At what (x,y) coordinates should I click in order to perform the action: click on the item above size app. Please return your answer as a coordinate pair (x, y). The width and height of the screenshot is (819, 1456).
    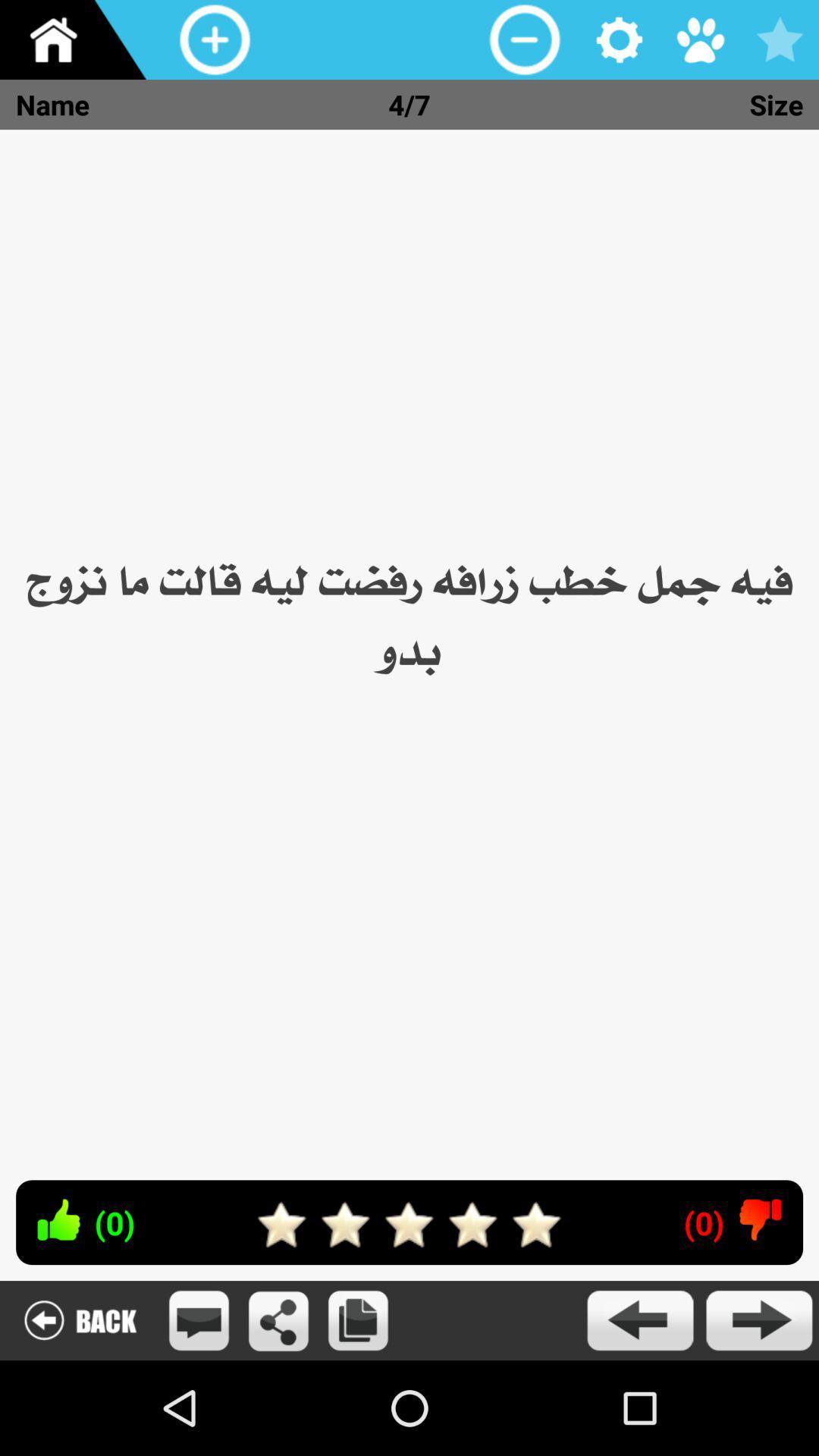
    Looking at the image, I should click on (699, 39).